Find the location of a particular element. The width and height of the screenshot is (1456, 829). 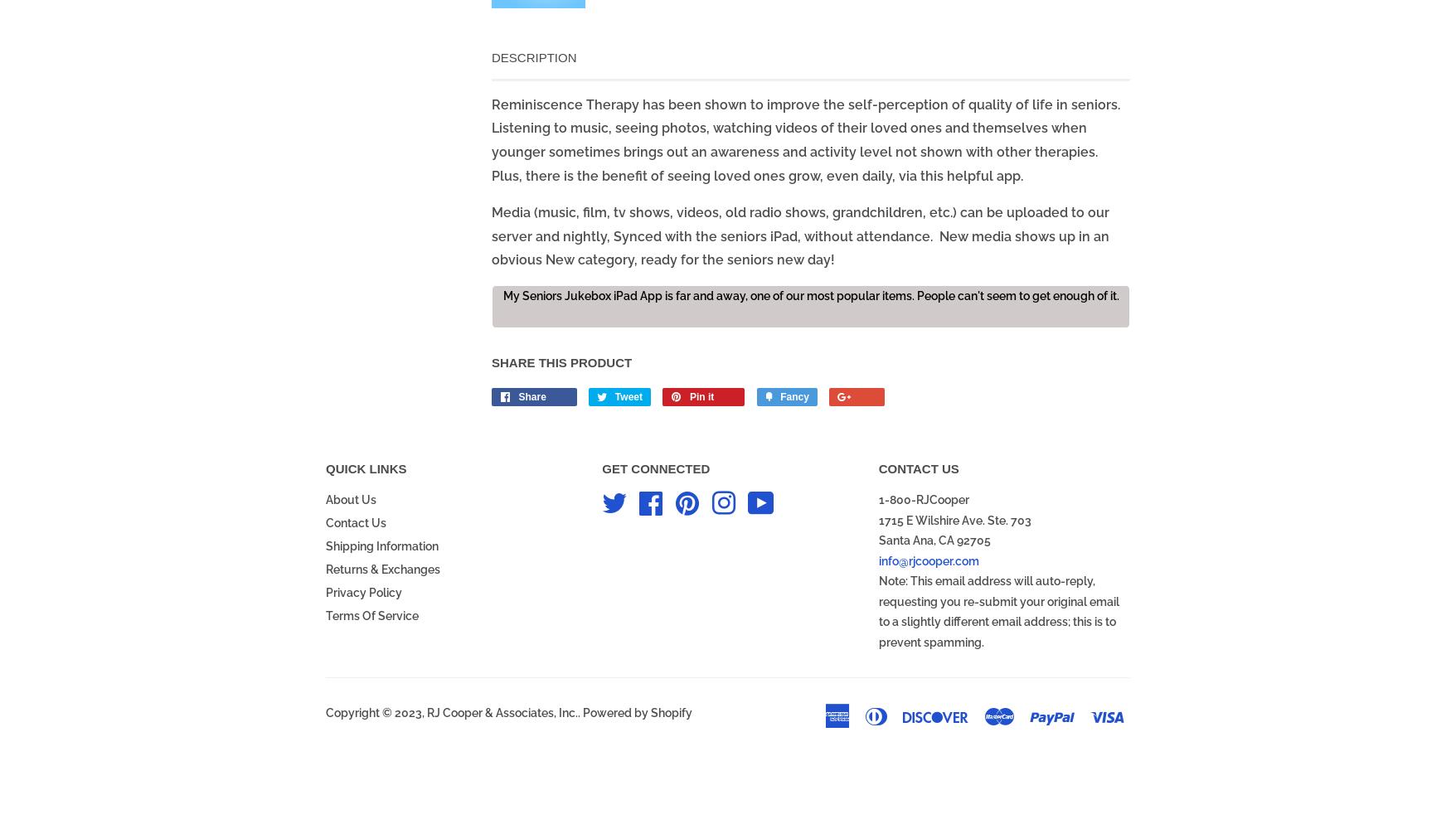

'My Seniors Jukebox iPad App is far and away, one of our most popular items. People can't seem to get enough of it.' is located at coordinates (501, 295).